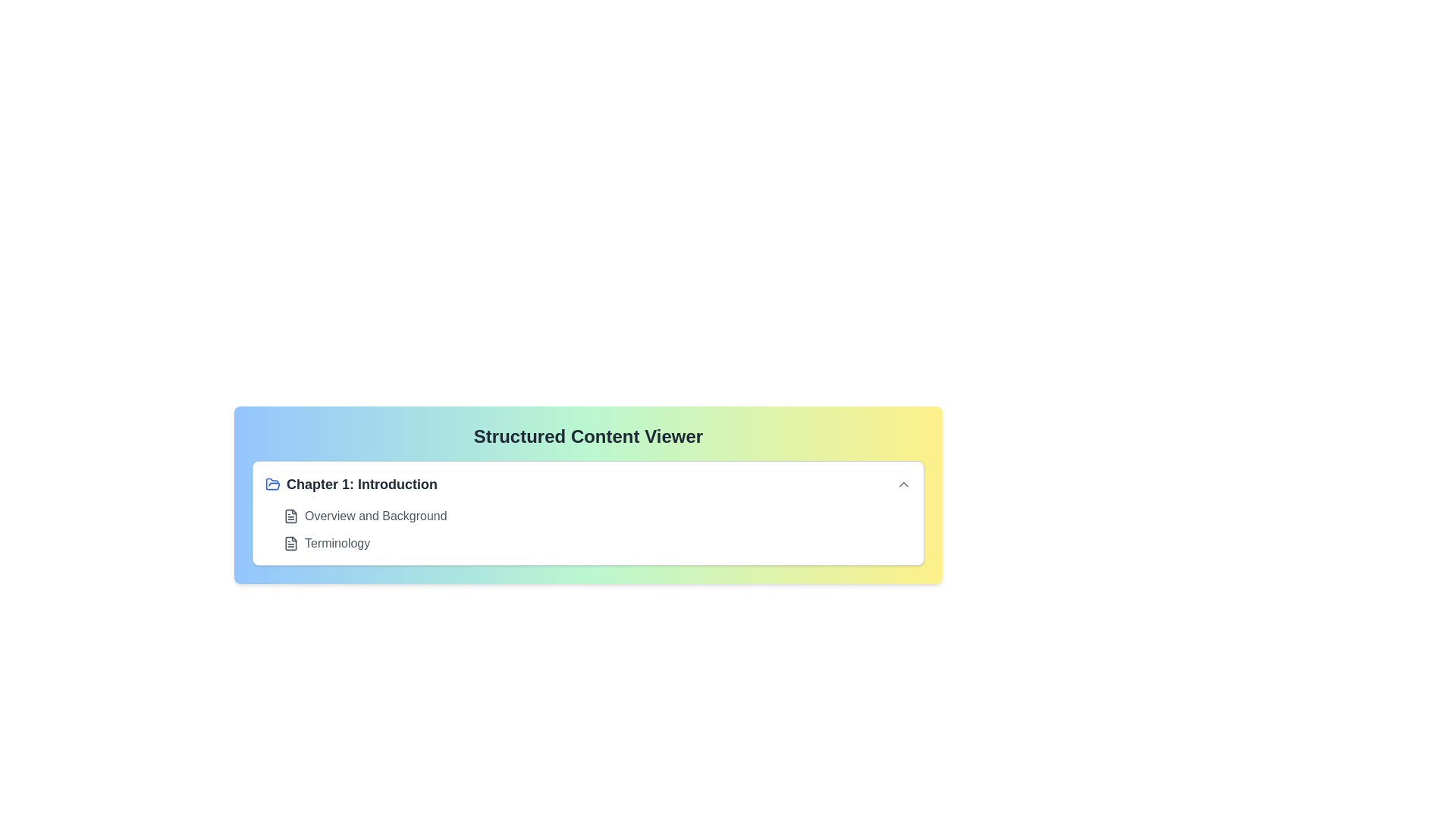  Describe the element at coordinates (273, 484) in the screenshot. I see `the blue open folder icon located in the 'Structured Content Viewer' interface, positioned at the top-left corner of 'Chapter 1: Introduction.'` at that location.